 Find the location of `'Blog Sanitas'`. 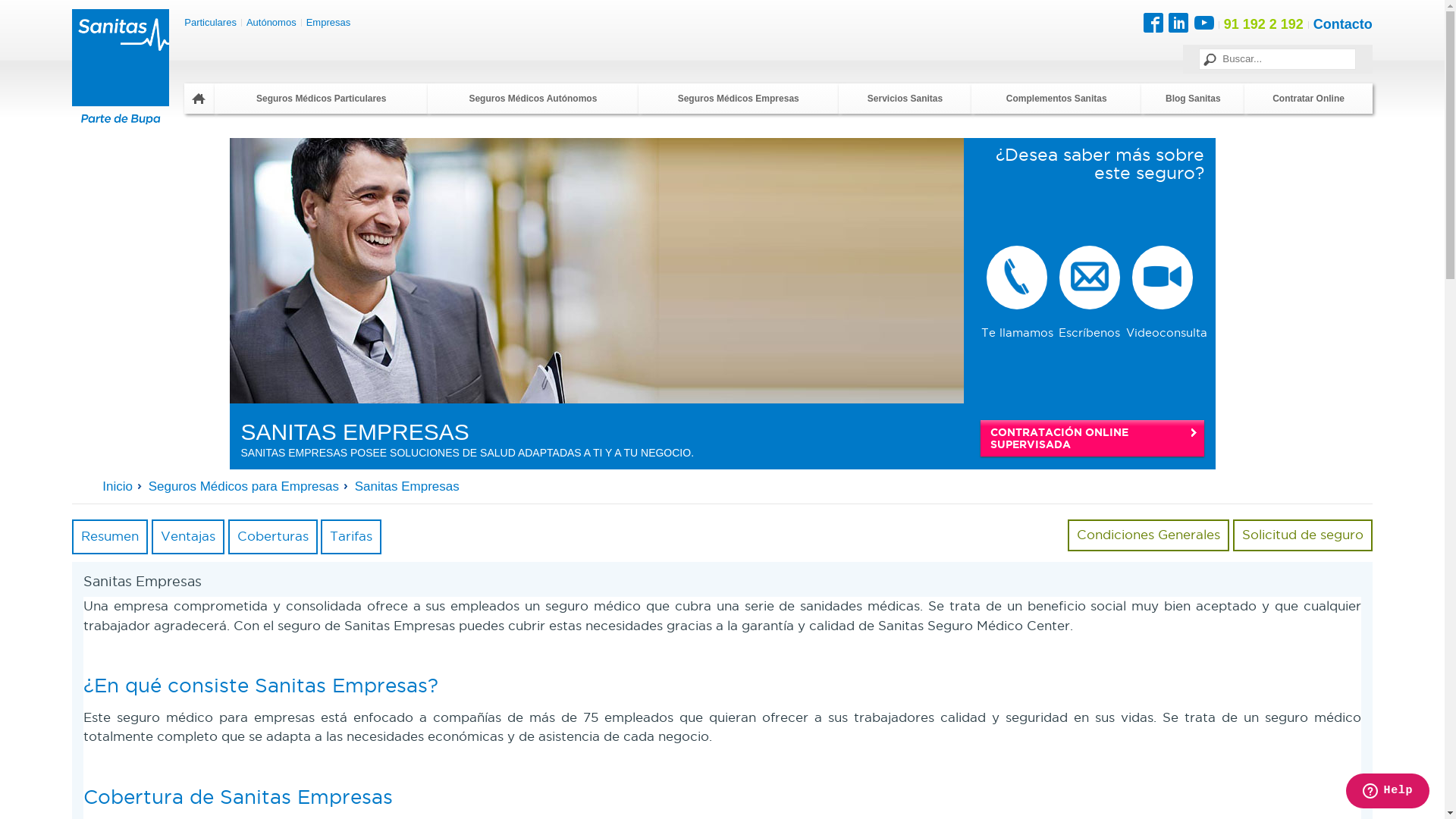

'Blog Sanitas' is located at coordinates (1192, 99).